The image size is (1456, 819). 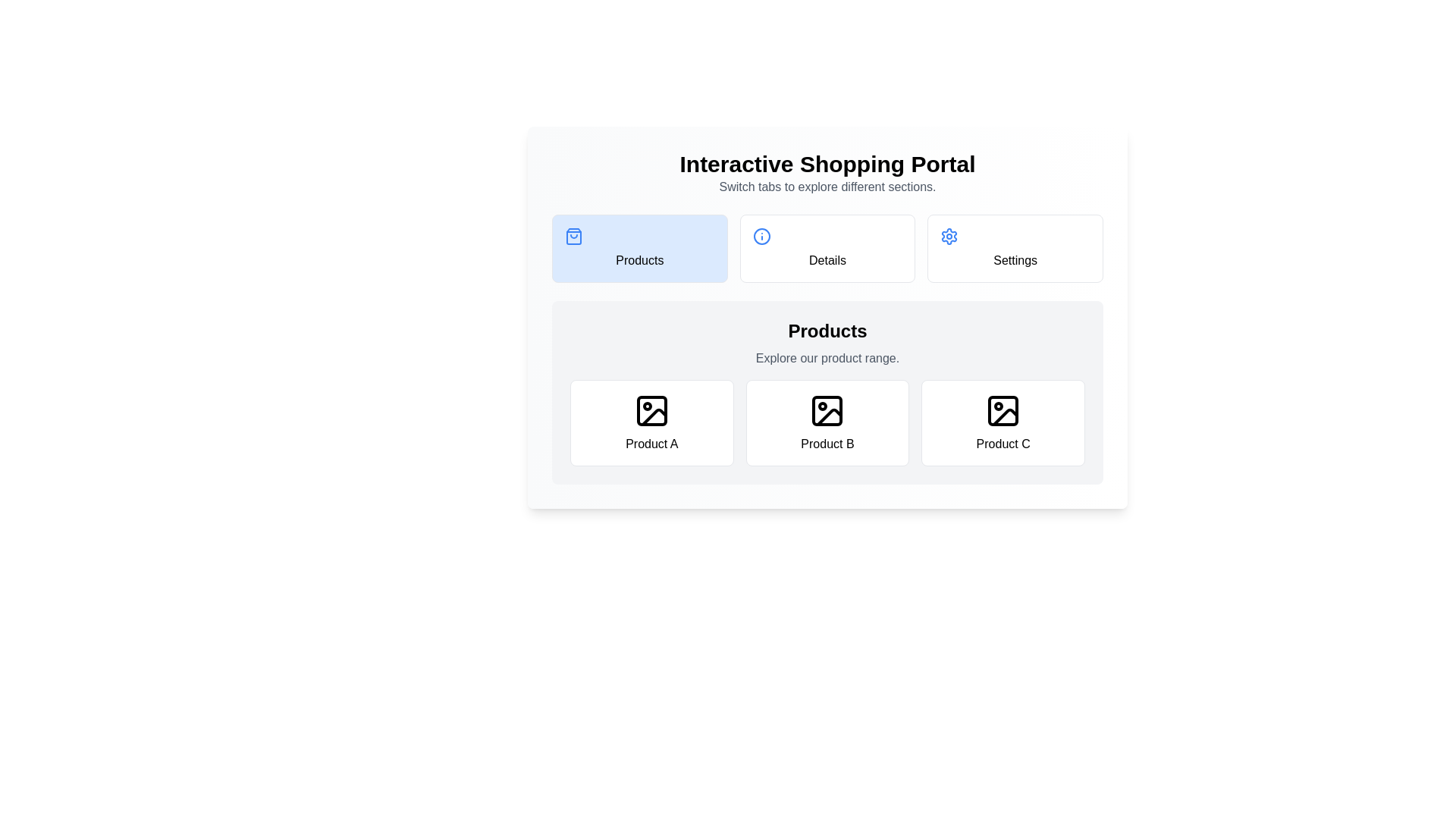 I want to click on the Details tab, so click(x=827, y=247).